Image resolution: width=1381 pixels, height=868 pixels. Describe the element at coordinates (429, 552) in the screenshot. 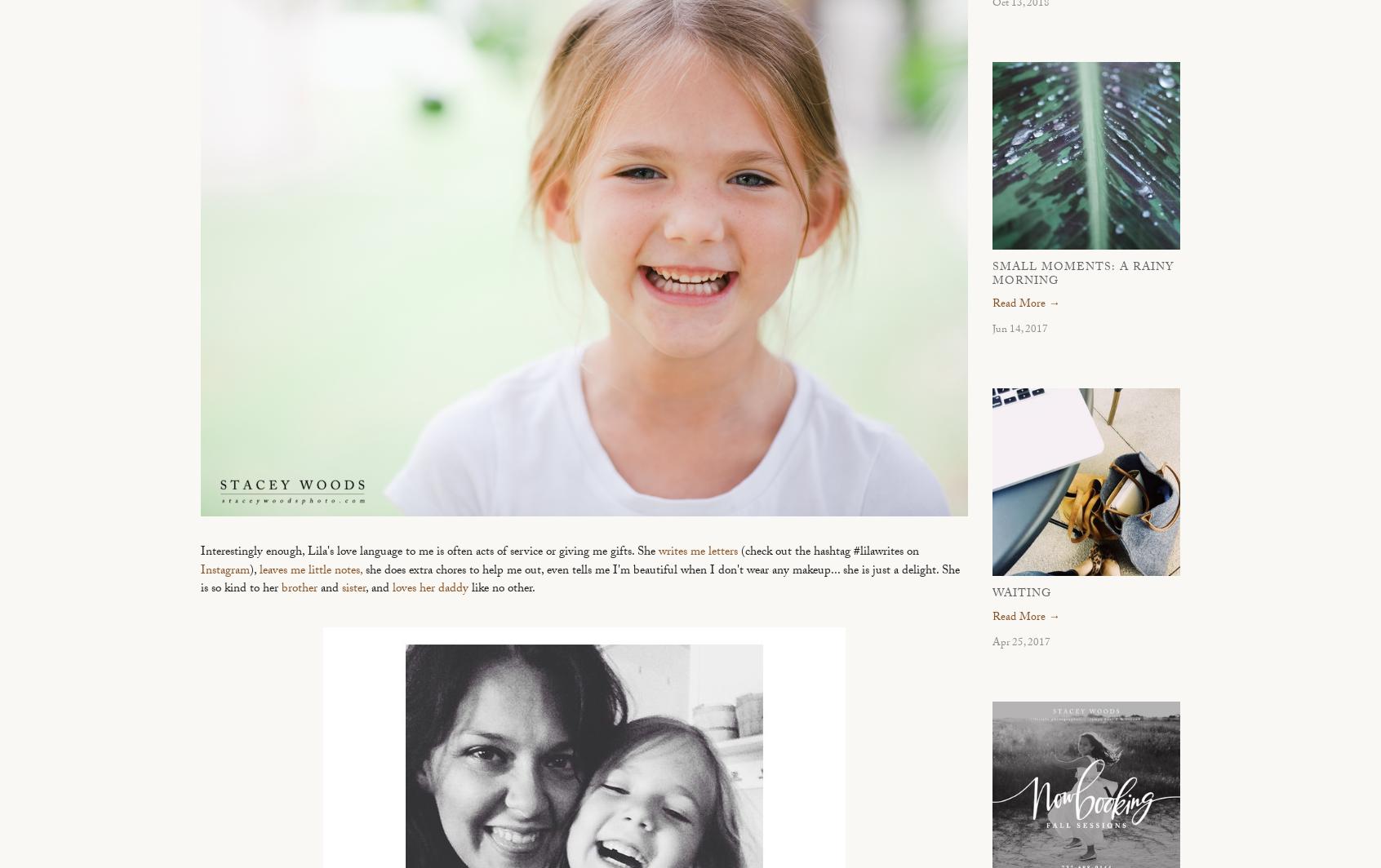

I see `'Interestingly enough, Lila's love language to me is often acts of service or giving me gifts. She'` at that location.